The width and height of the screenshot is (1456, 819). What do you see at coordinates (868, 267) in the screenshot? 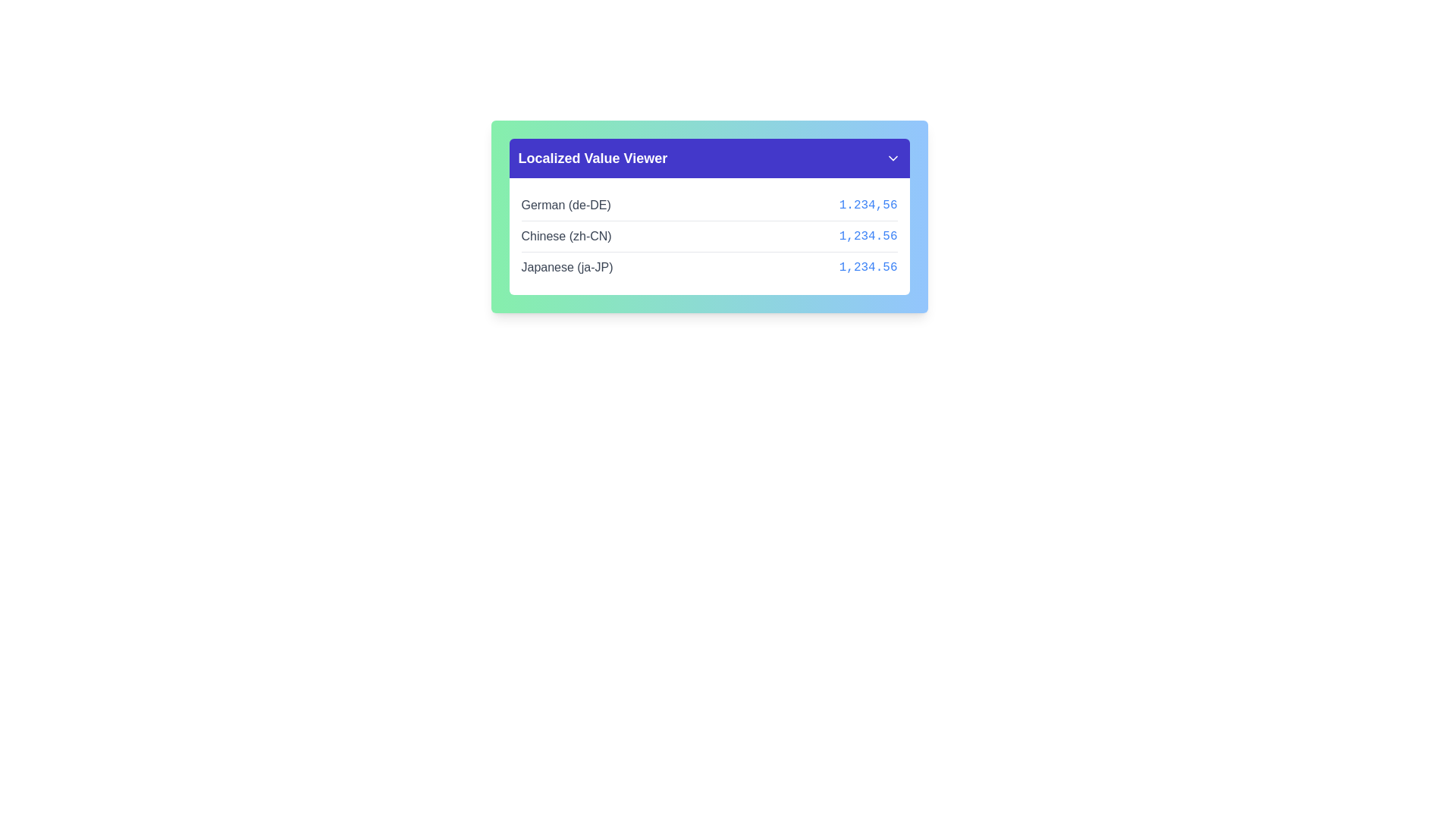
I see `the static text displaying the numeric value '1,234.56' in blue, located in the third row of the 'Localized Value Viewer' panel, adjacent to 'Japanese (ja-JP)'` at bounding box center [868, 267].